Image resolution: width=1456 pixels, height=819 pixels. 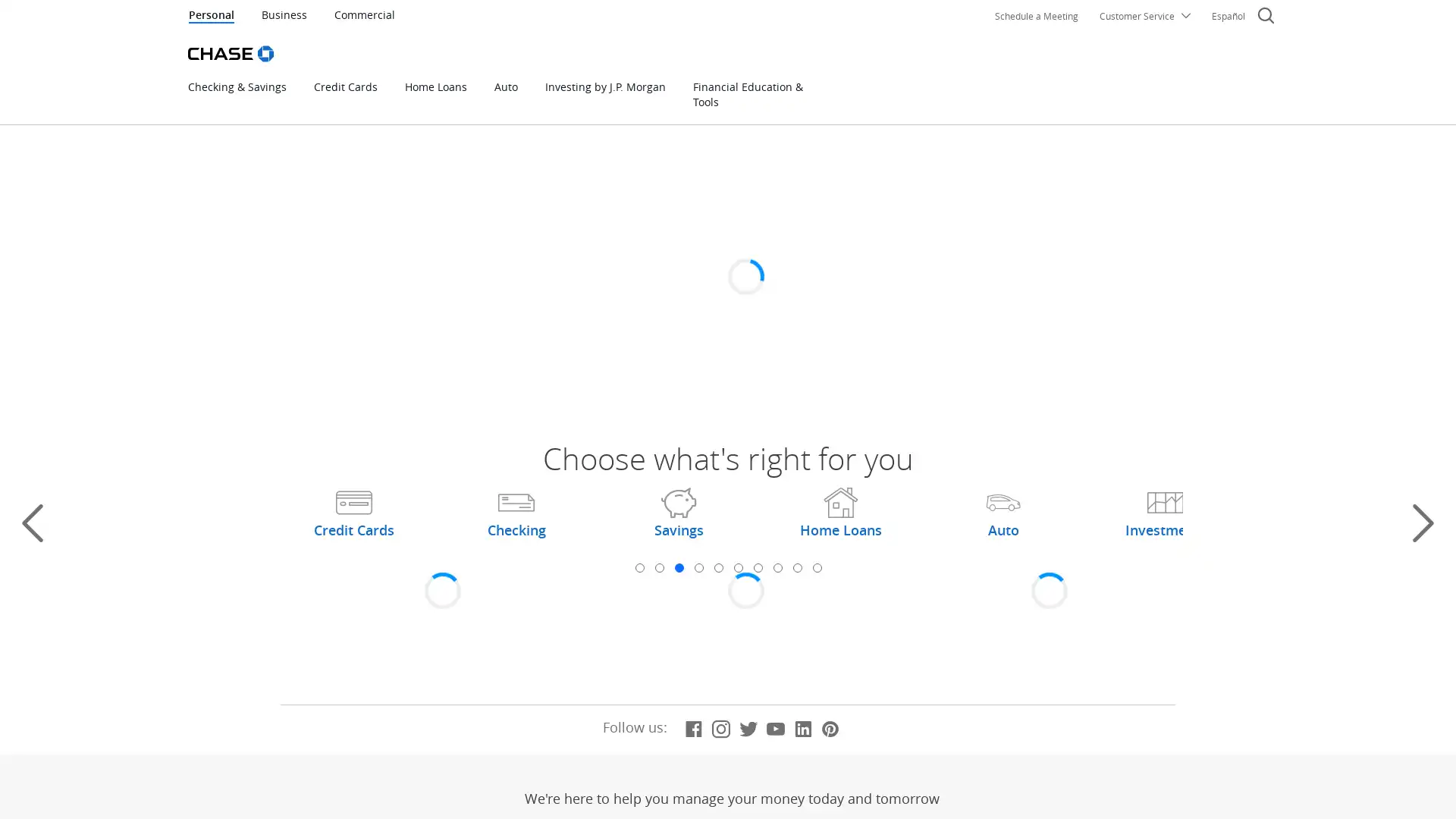 What do you see at coordinates (677, 567) in the screenshot?
I see `Slide 3 of 10, selected` at bounding box center [677, 567].